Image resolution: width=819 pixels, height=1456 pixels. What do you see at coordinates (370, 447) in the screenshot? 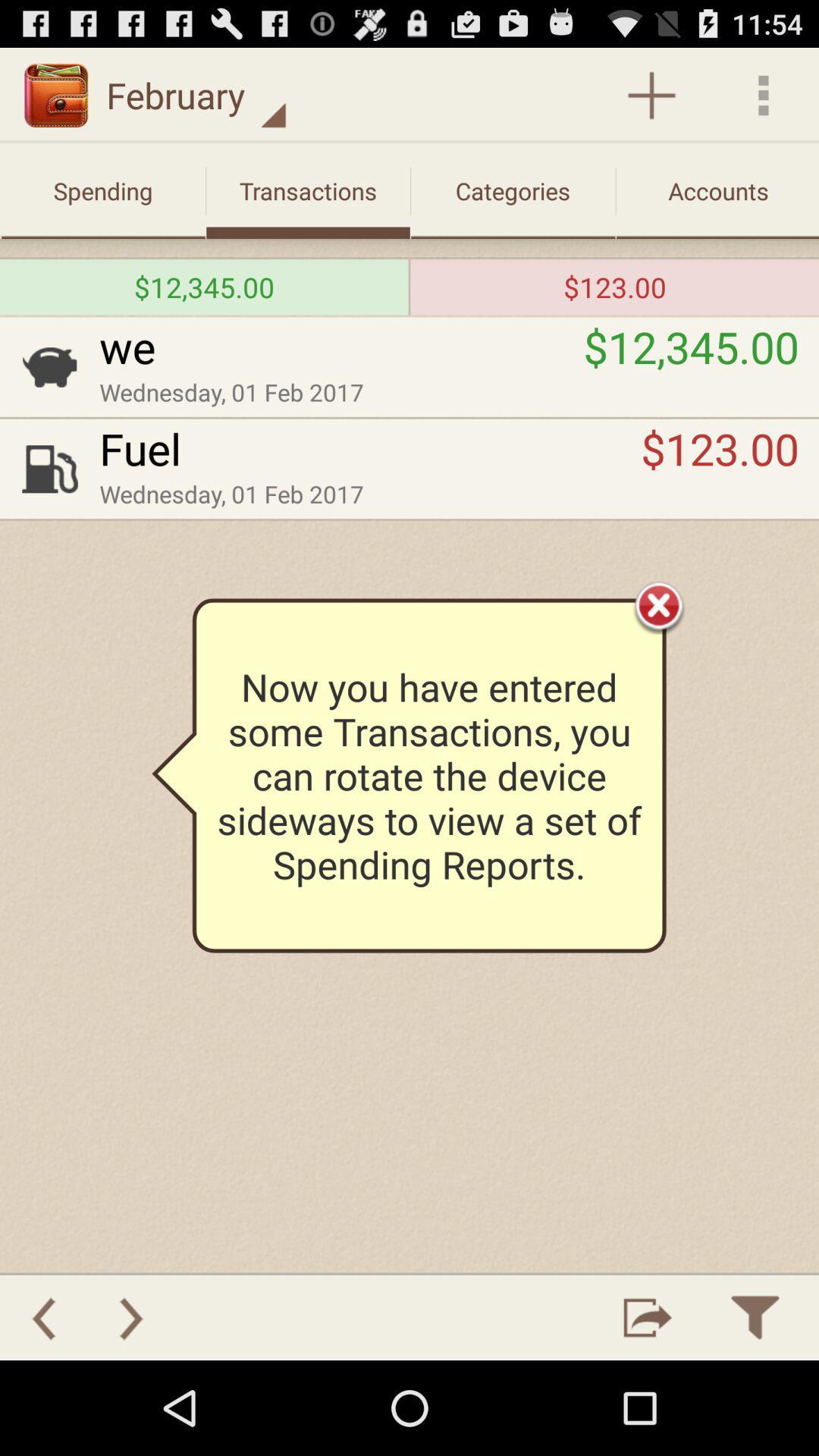
I see `item to the left of $123.00 icon` at bounding box center [370, 447].